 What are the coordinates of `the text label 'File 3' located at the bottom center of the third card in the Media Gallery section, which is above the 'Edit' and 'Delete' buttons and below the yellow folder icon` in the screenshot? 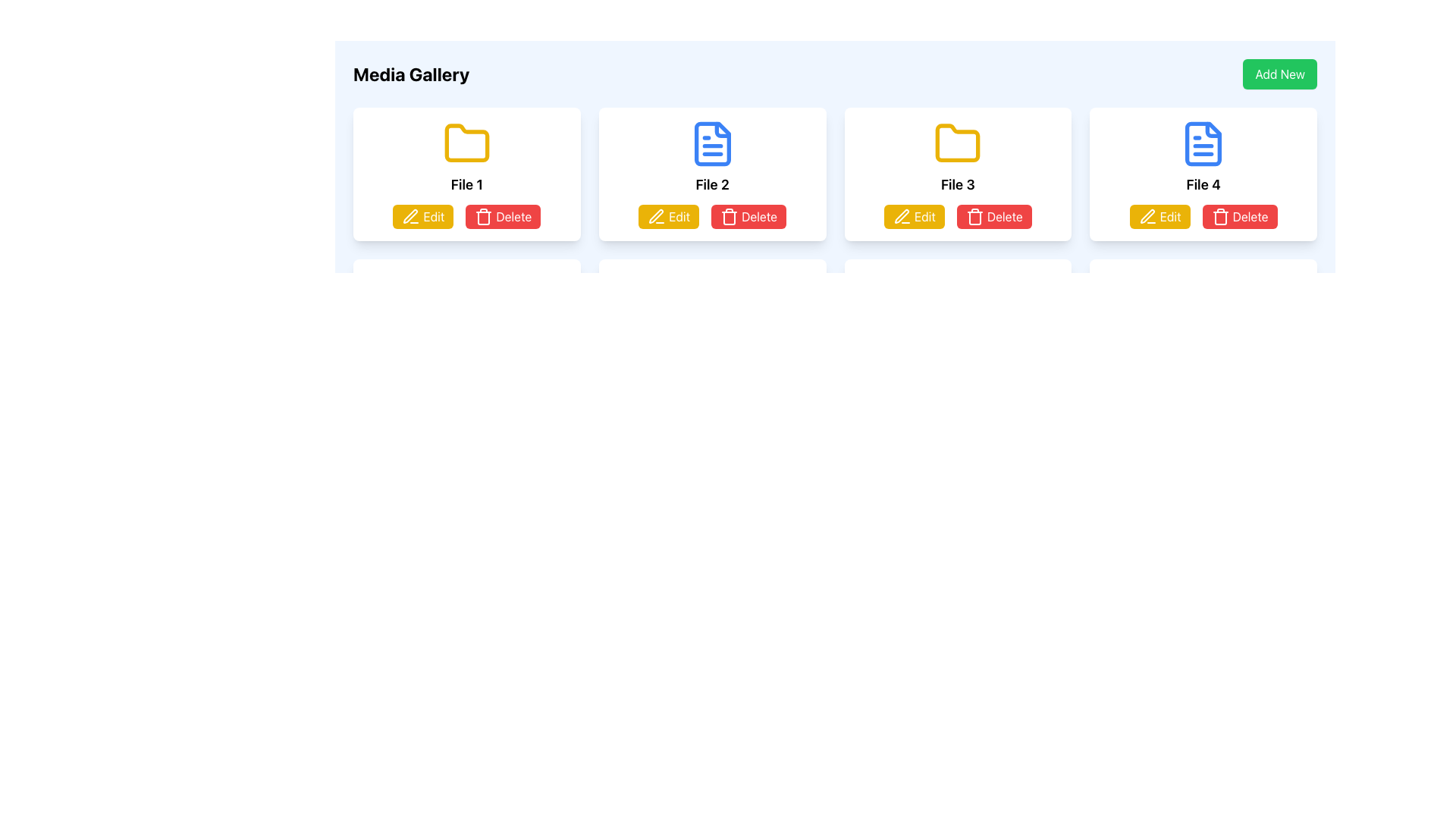 It's located at (957, 184).